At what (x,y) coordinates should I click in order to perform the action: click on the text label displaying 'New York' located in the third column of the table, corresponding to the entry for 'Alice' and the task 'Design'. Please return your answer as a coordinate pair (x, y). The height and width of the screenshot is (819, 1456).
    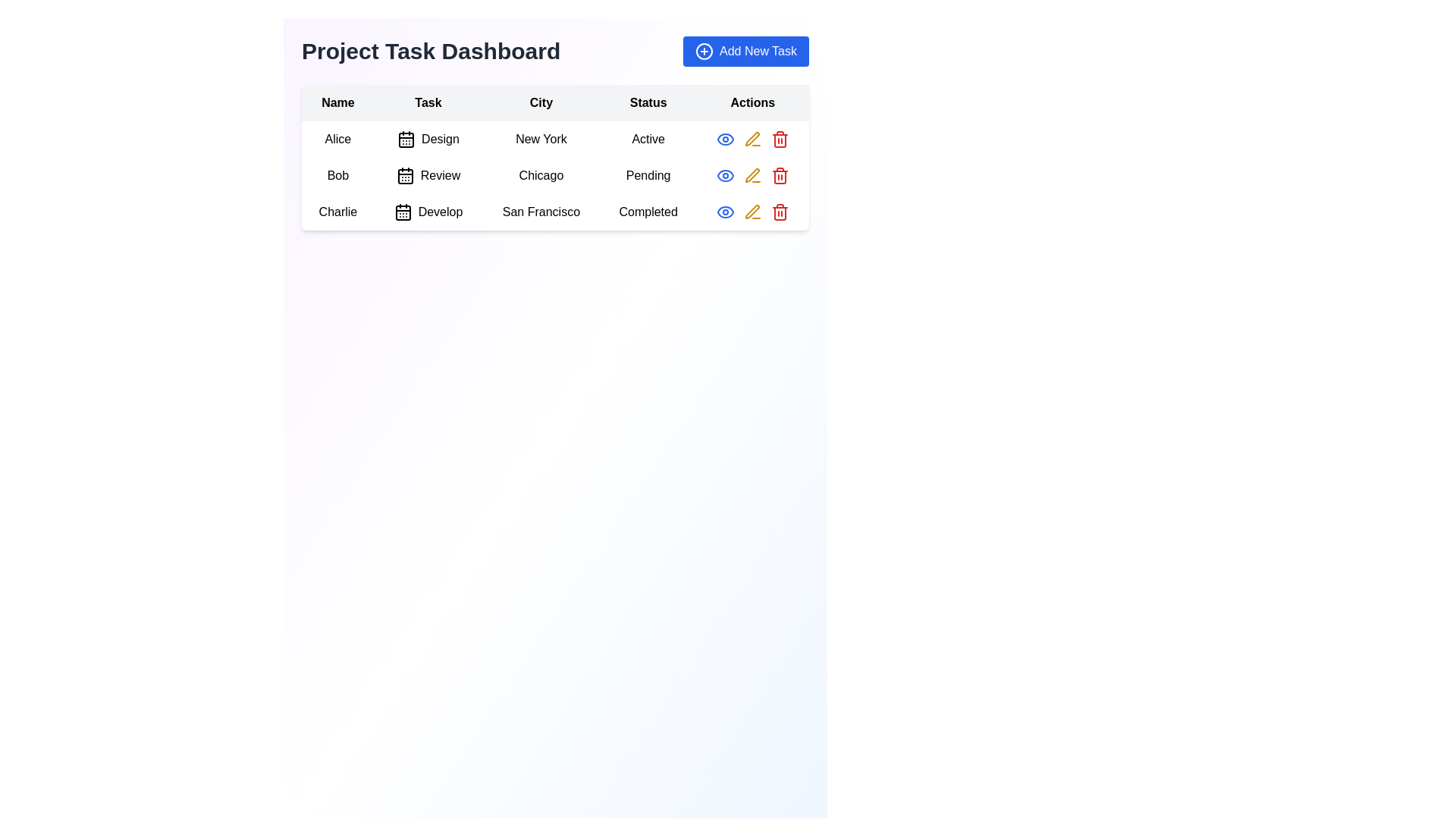
    Looking at the image, I should click on (541, 140).